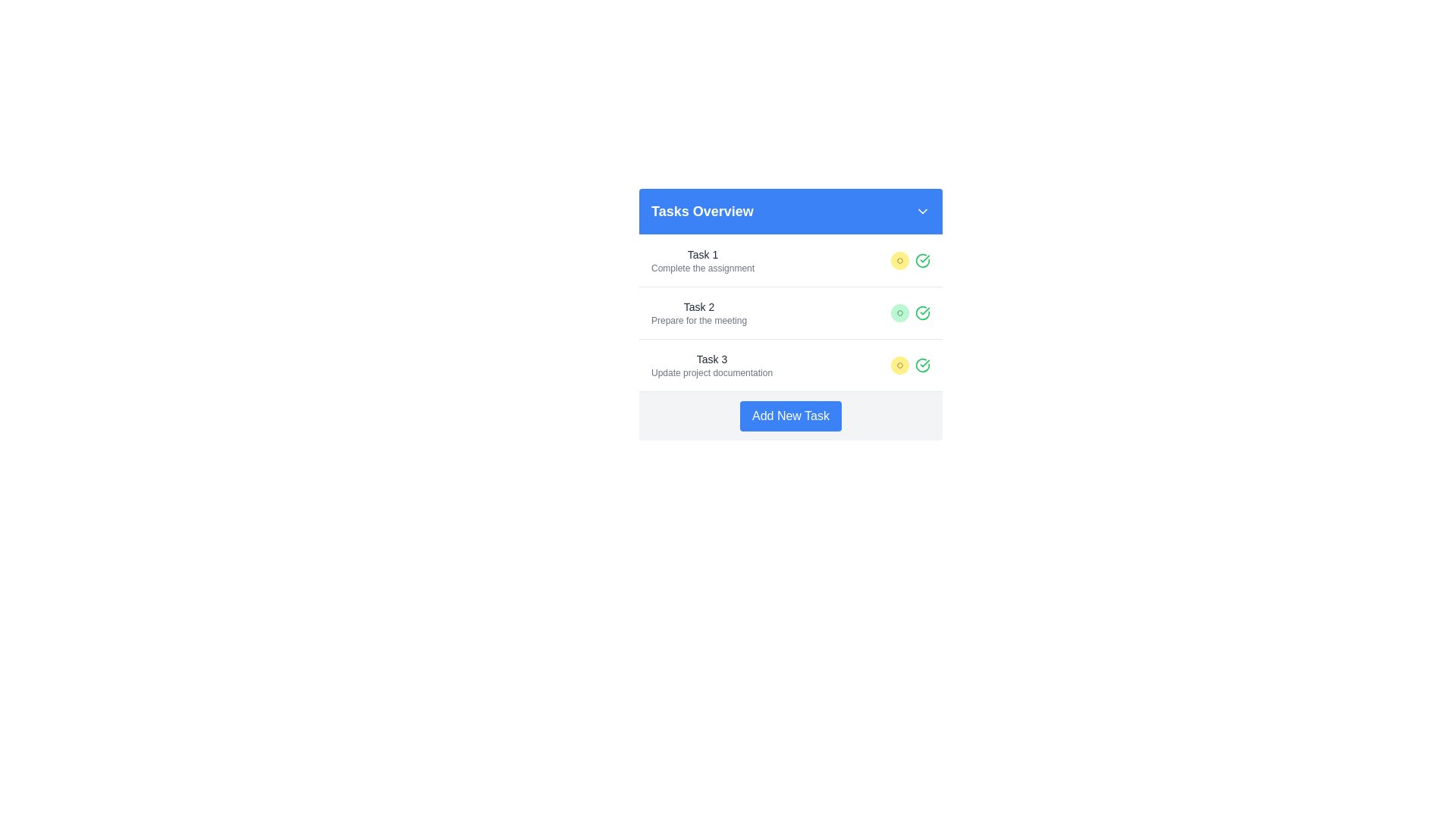  I want to click on the status indicator for the task 'Prepare for the meeting', which is located on the right side of the 'Task 2' list item, so click(910, 312).